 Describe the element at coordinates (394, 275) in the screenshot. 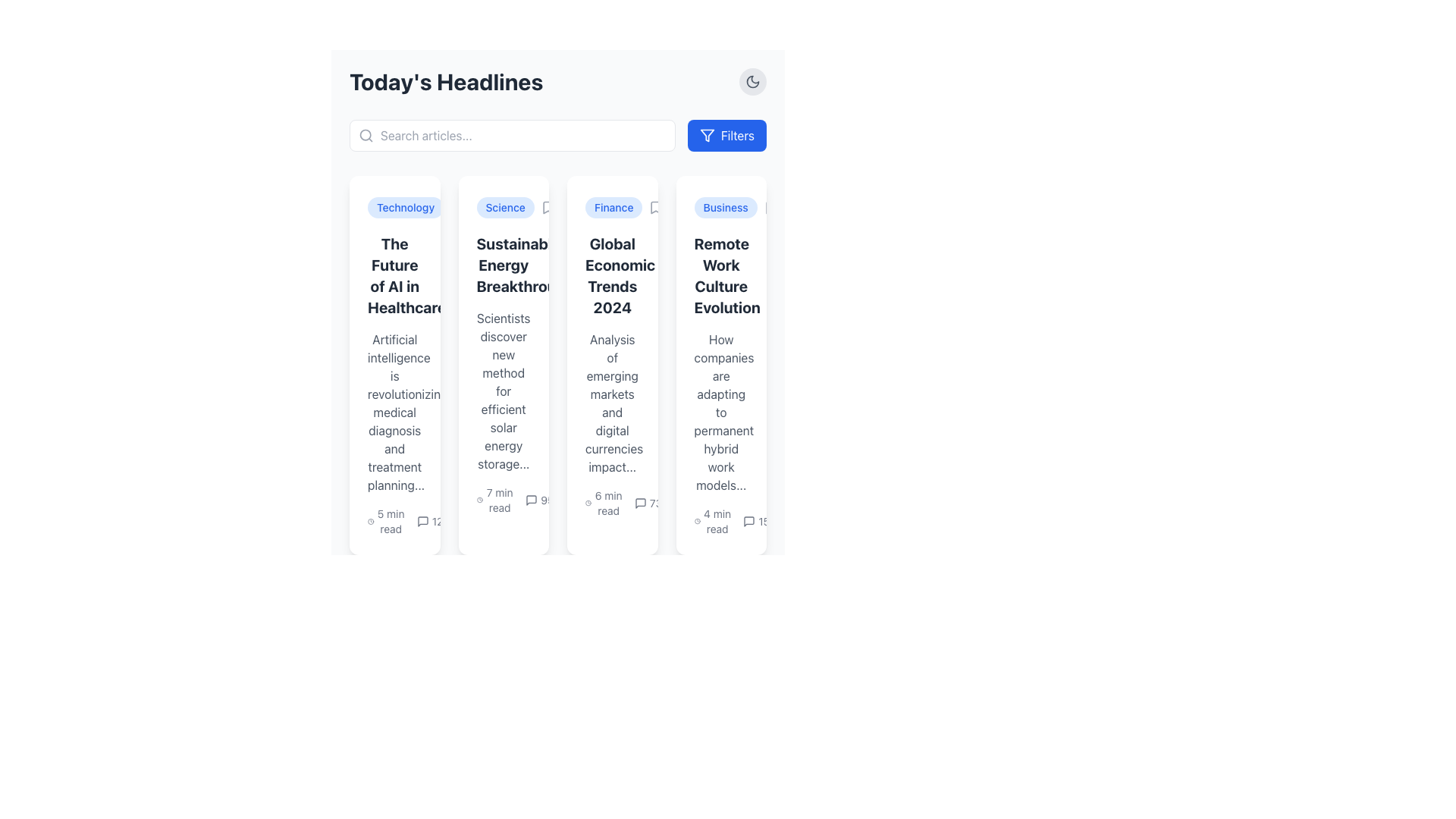

I see `the Text Label that serves as the headline for the first article, located beneath the 'Technology' label in the article column` at that location.